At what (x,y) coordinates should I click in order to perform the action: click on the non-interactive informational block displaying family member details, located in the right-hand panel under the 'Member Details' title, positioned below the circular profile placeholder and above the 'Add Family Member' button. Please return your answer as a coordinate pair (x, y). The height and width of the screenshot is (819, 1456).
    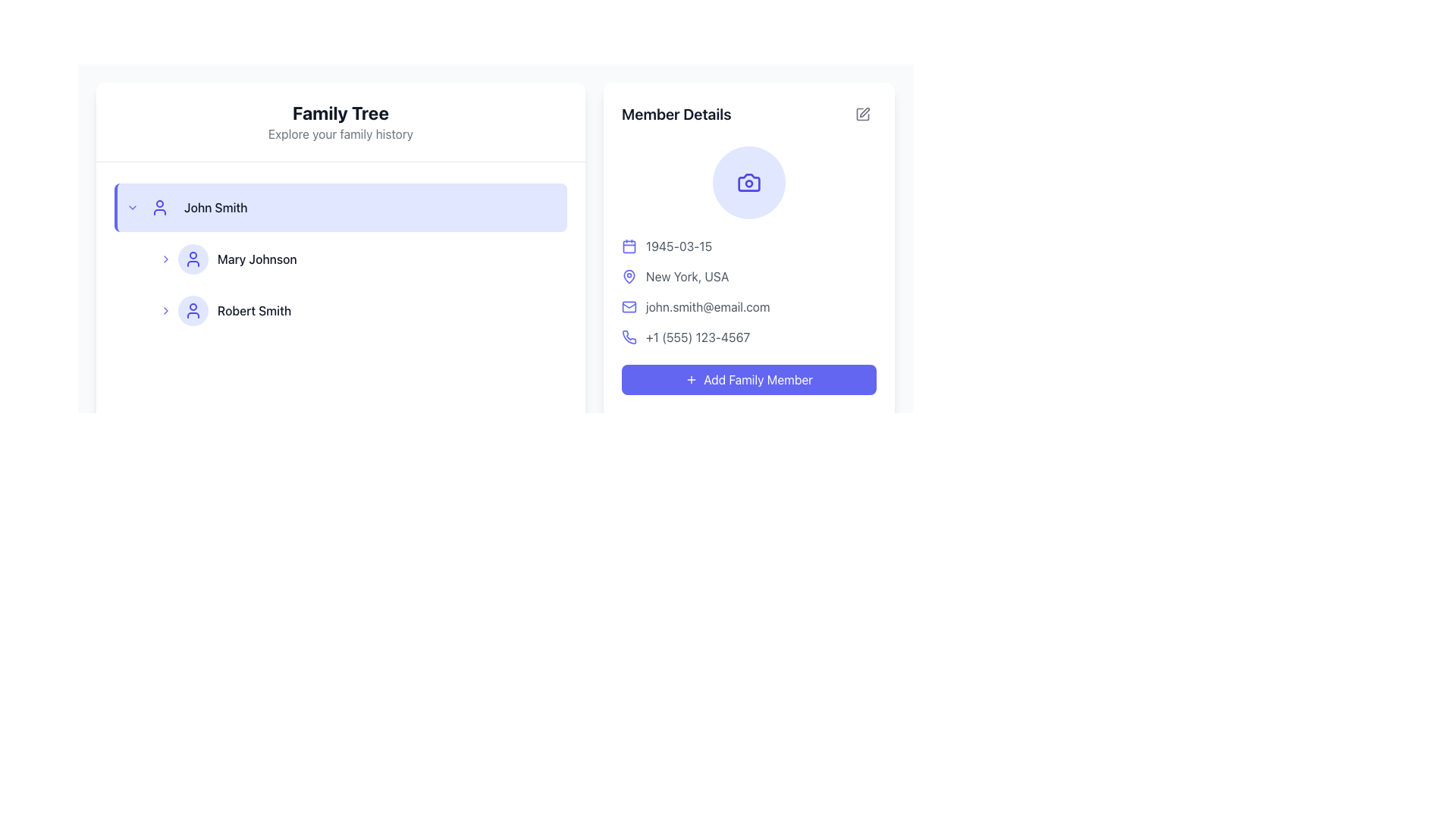
    Looking at the image, I should click on (749, 292).